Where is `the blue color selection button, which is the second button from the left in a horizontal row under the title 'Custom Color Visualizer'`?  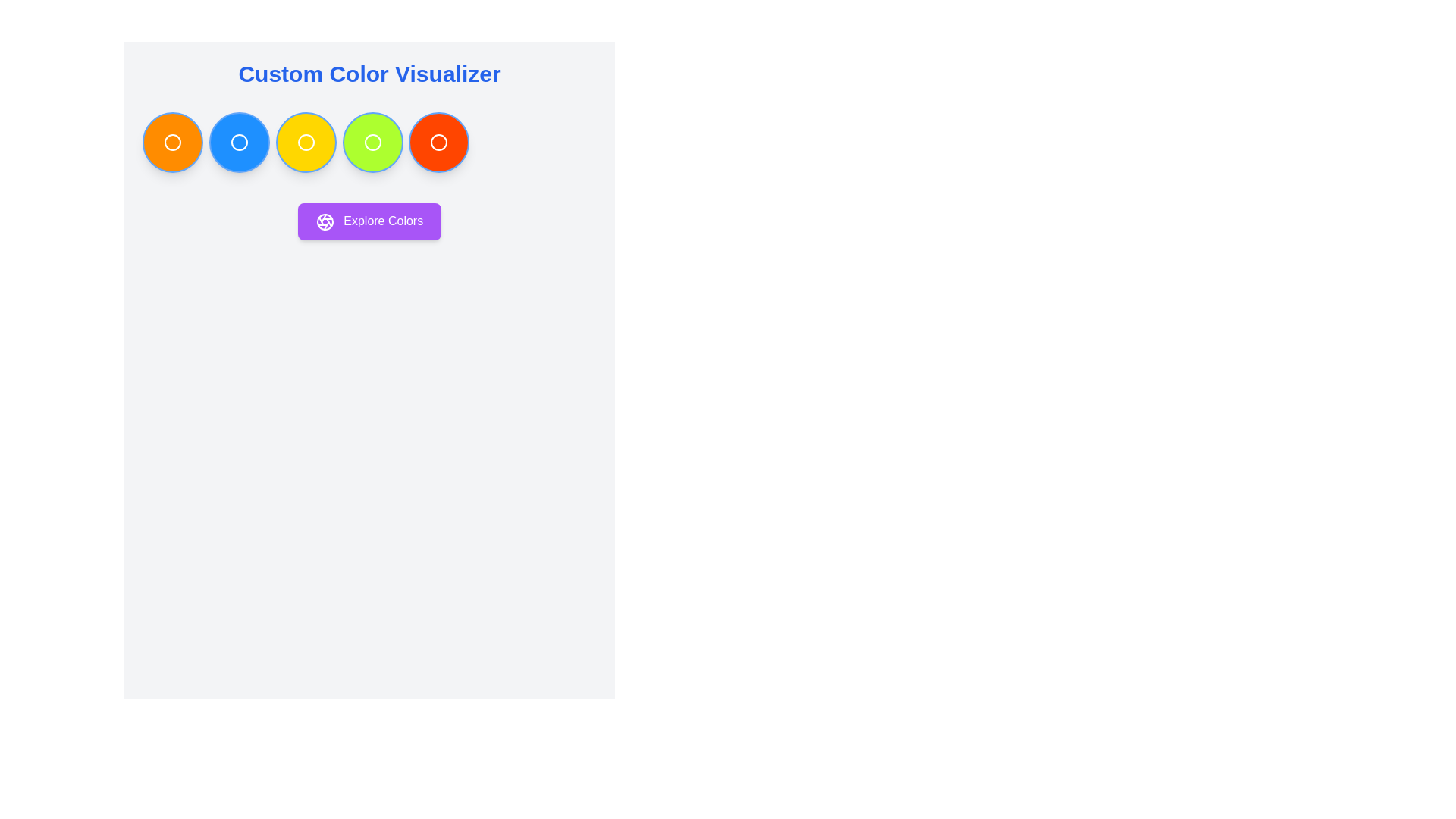 the blue color selection button, which is the second button from the left in a horizontal row under the title 'Custom Color Visualizer' is located at coordinates (238, 143).